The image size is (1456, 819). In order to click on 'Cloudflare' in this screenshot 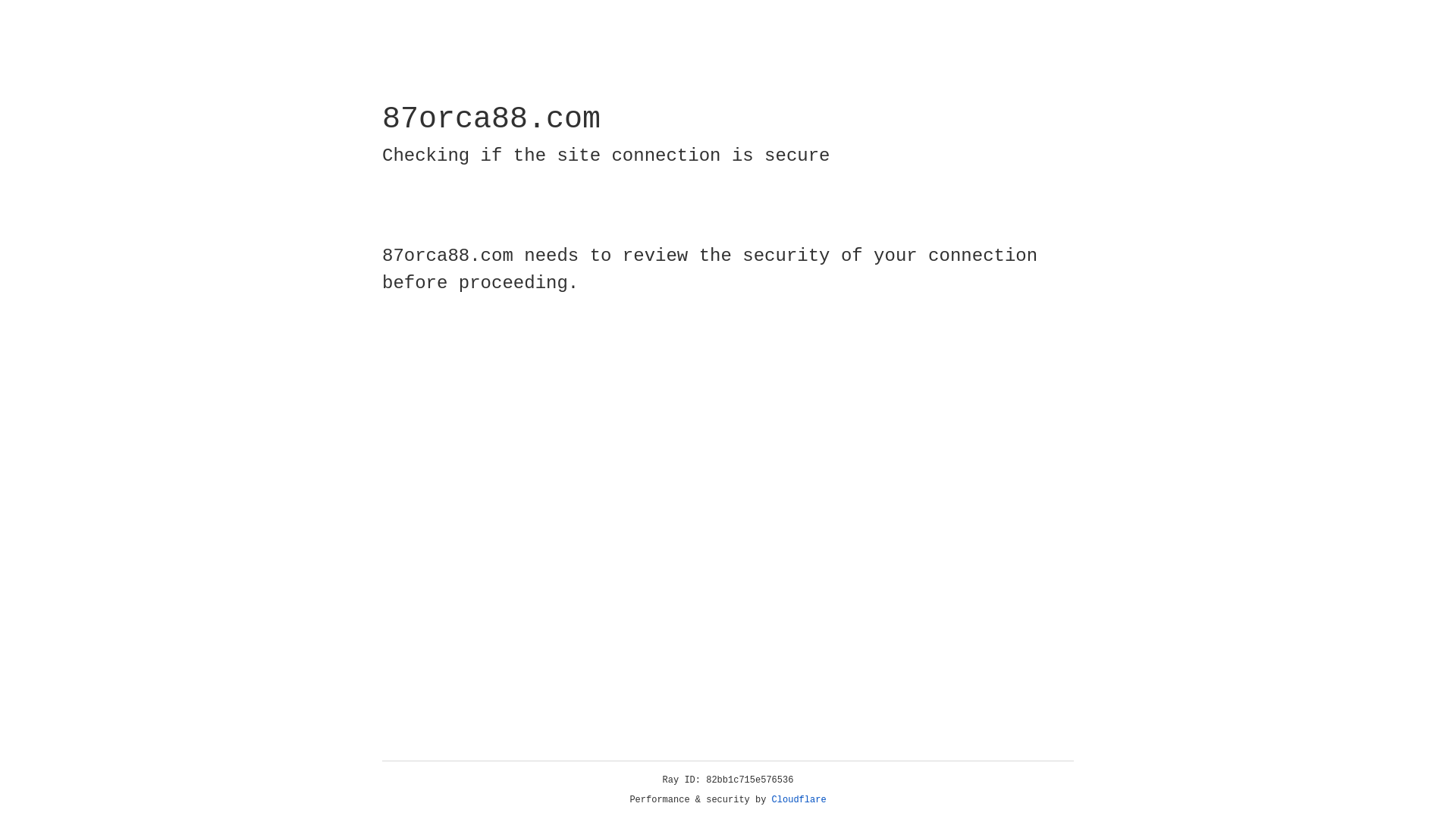, I will do `click(799, 799)`.